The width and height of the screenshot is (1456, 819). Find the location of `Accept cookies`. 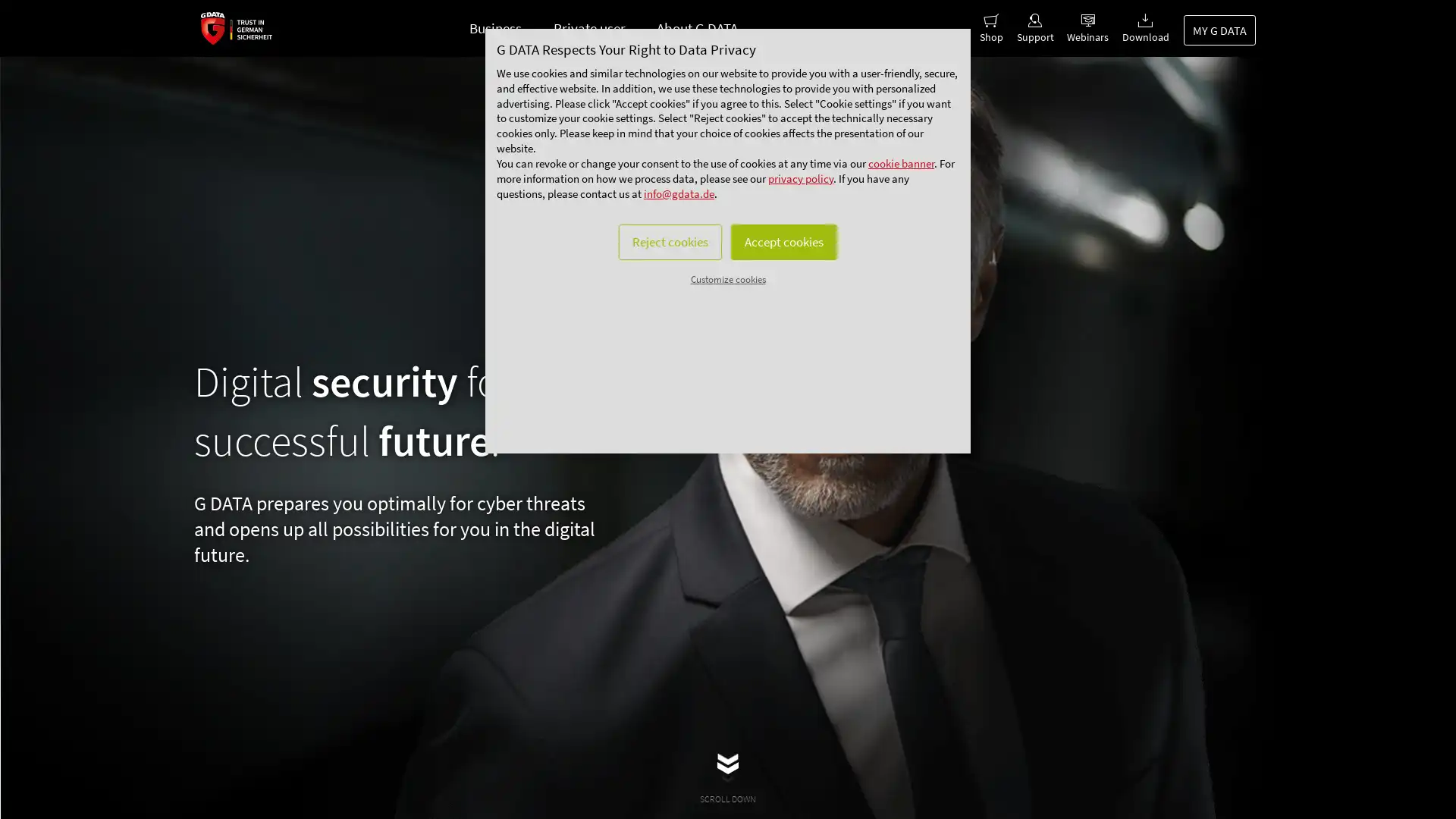

Accept cookies is located at coordinates (793, 300).